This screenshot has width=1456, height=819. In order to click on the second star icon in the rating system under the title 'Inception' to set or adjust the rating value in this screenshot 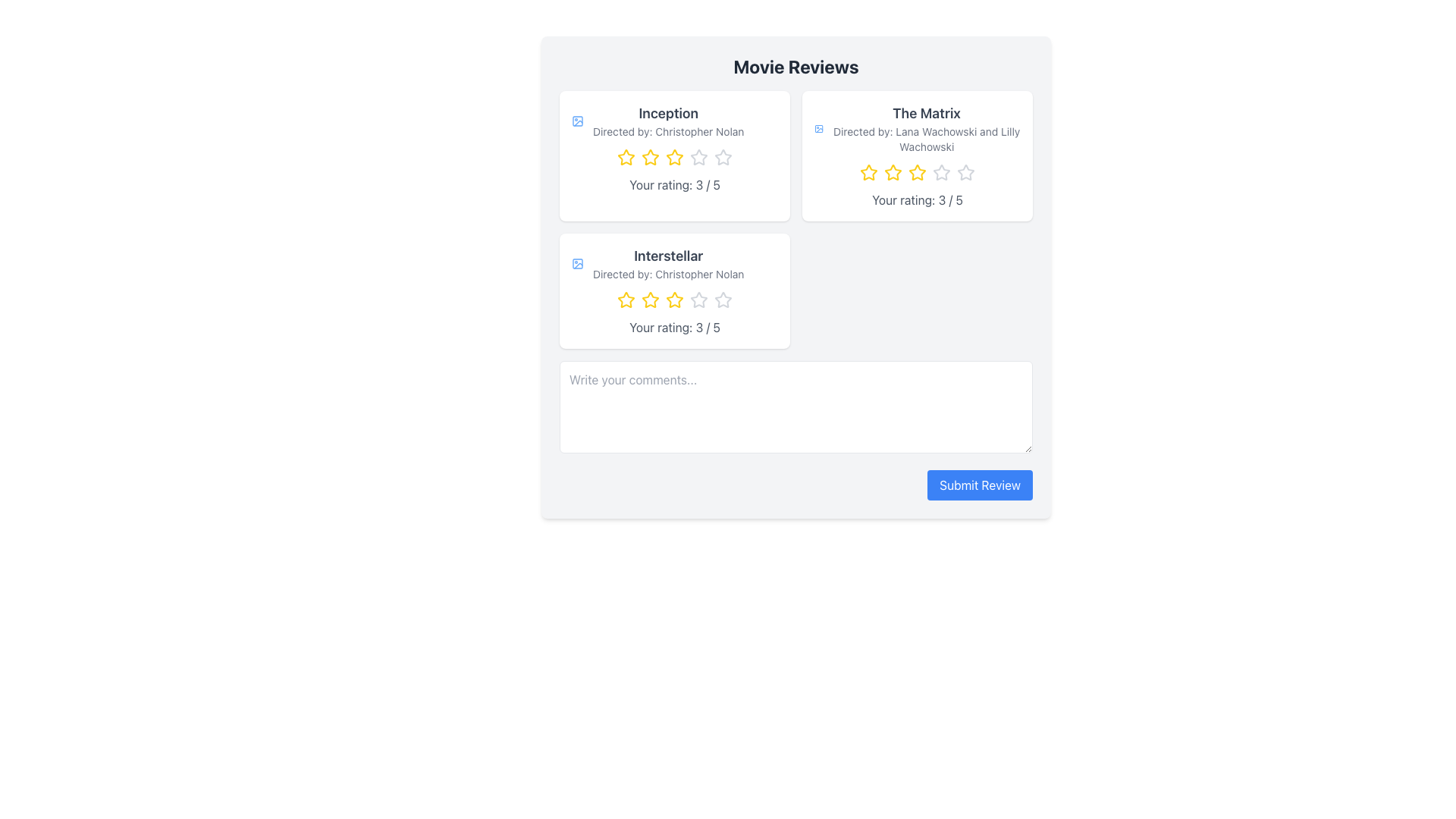, I will do `click(651, 158)`.